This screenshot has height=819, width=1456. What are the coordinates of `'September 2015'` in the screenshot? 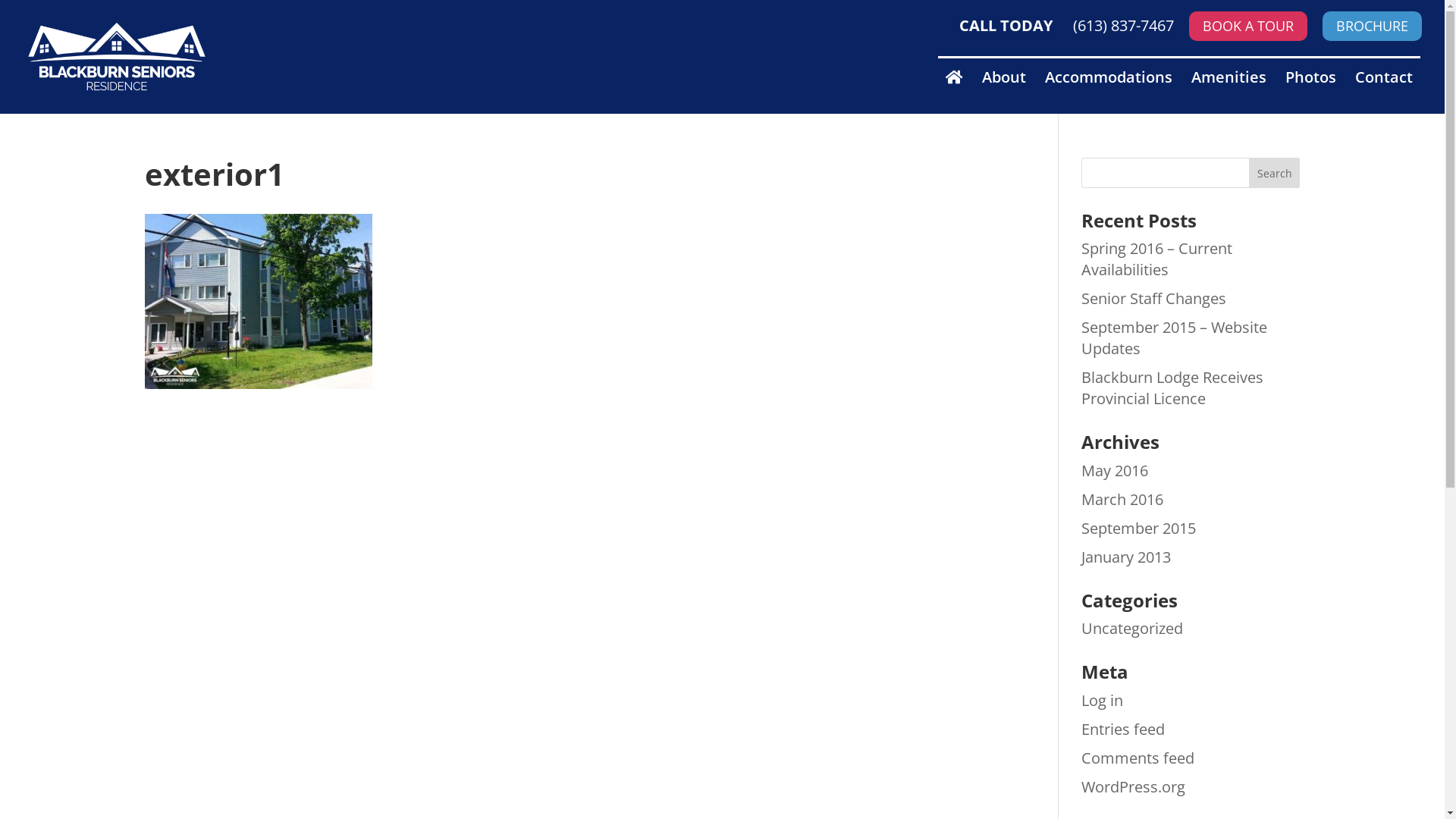 It's located at (1080, 527).